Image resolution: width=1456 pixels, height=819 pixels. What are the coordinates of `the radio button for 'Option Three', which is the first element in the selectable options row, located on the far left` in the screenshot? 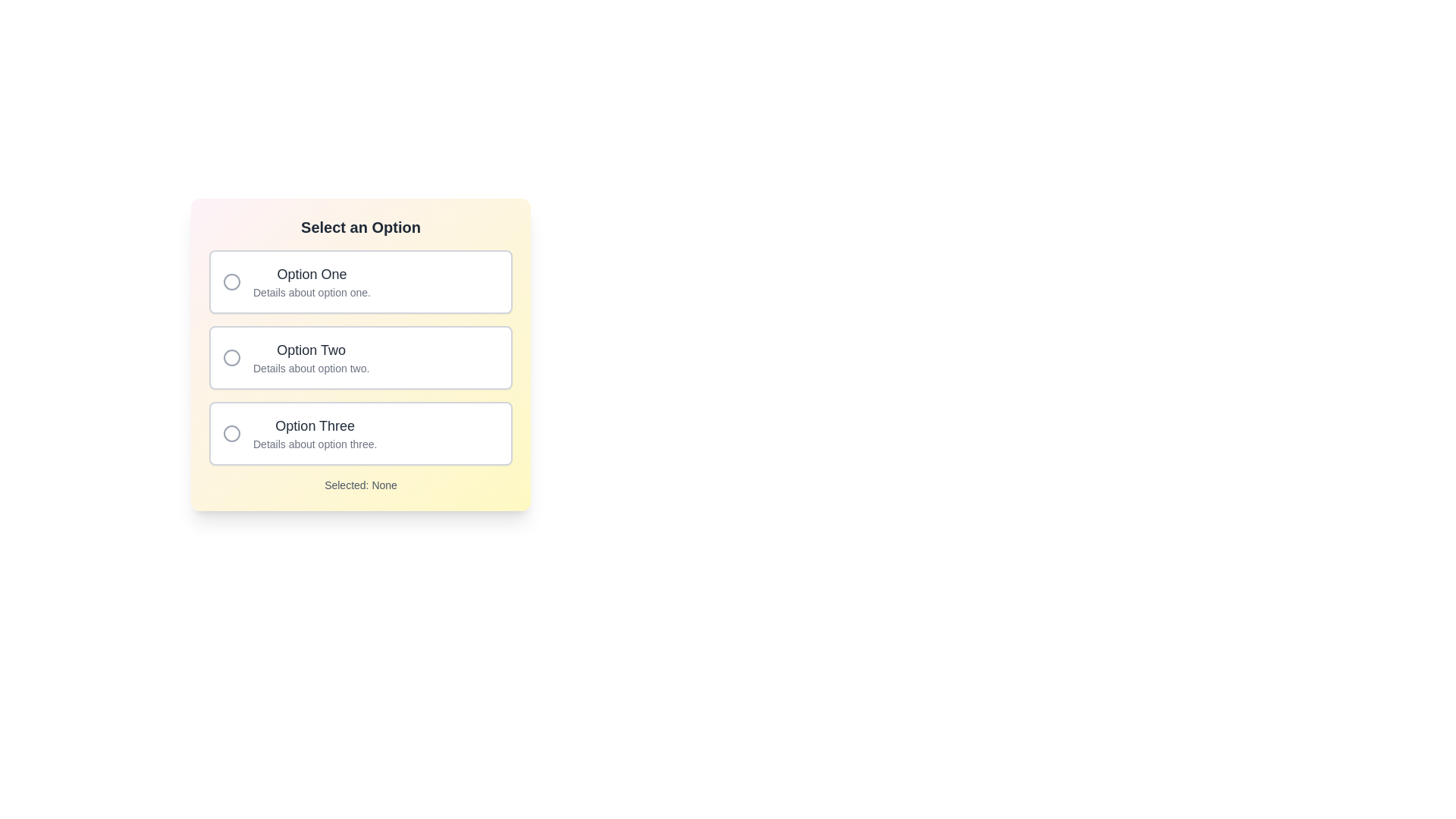 It's located at (231, 433).